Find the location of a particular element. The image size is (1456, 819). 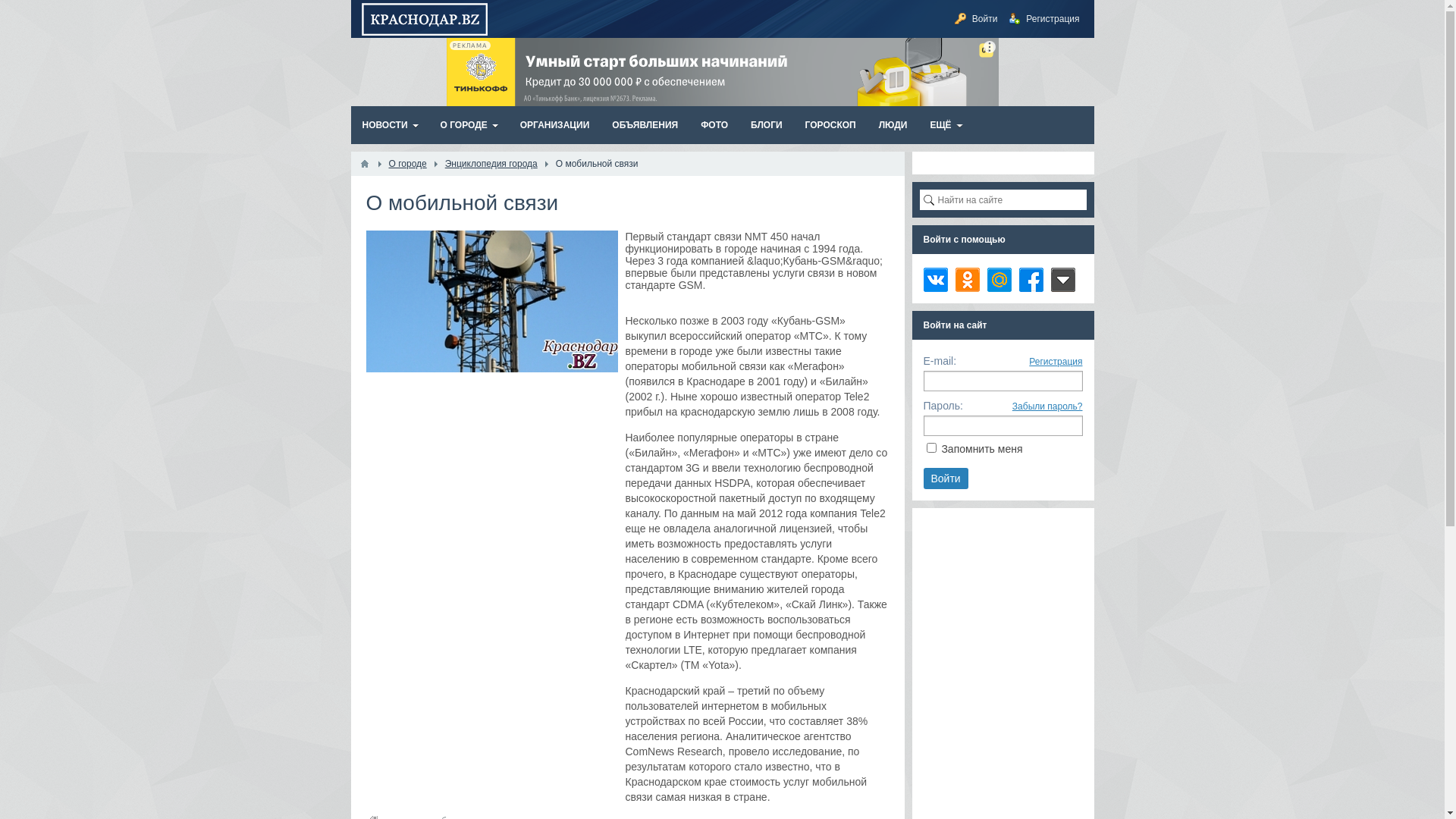

'Odnoklassniki' is located at coordinates (967, 280).